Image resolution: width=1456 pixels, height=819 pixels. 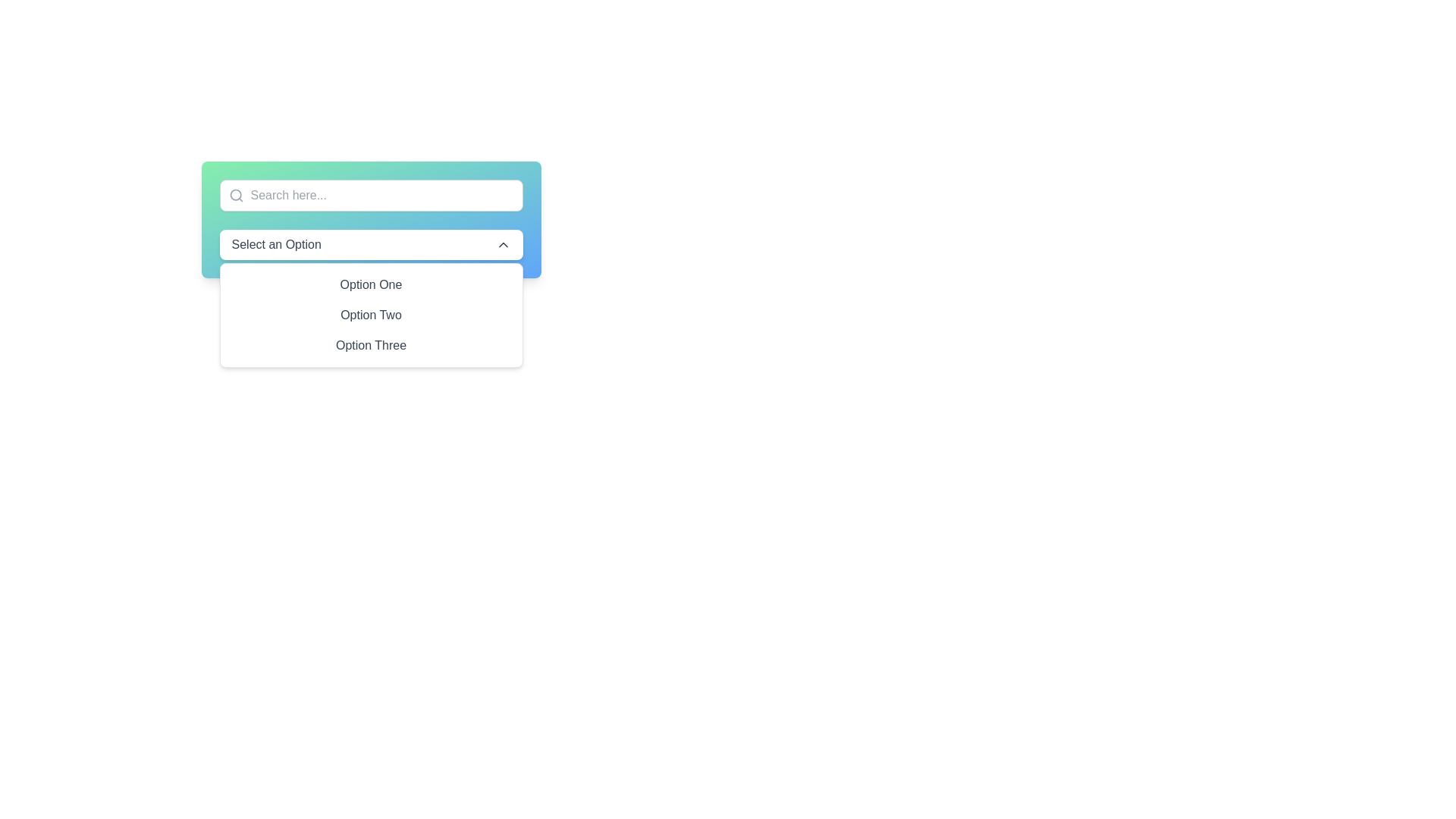 I want to click on the first selectable option within the dropdown menu, so click(x=371, y=284).